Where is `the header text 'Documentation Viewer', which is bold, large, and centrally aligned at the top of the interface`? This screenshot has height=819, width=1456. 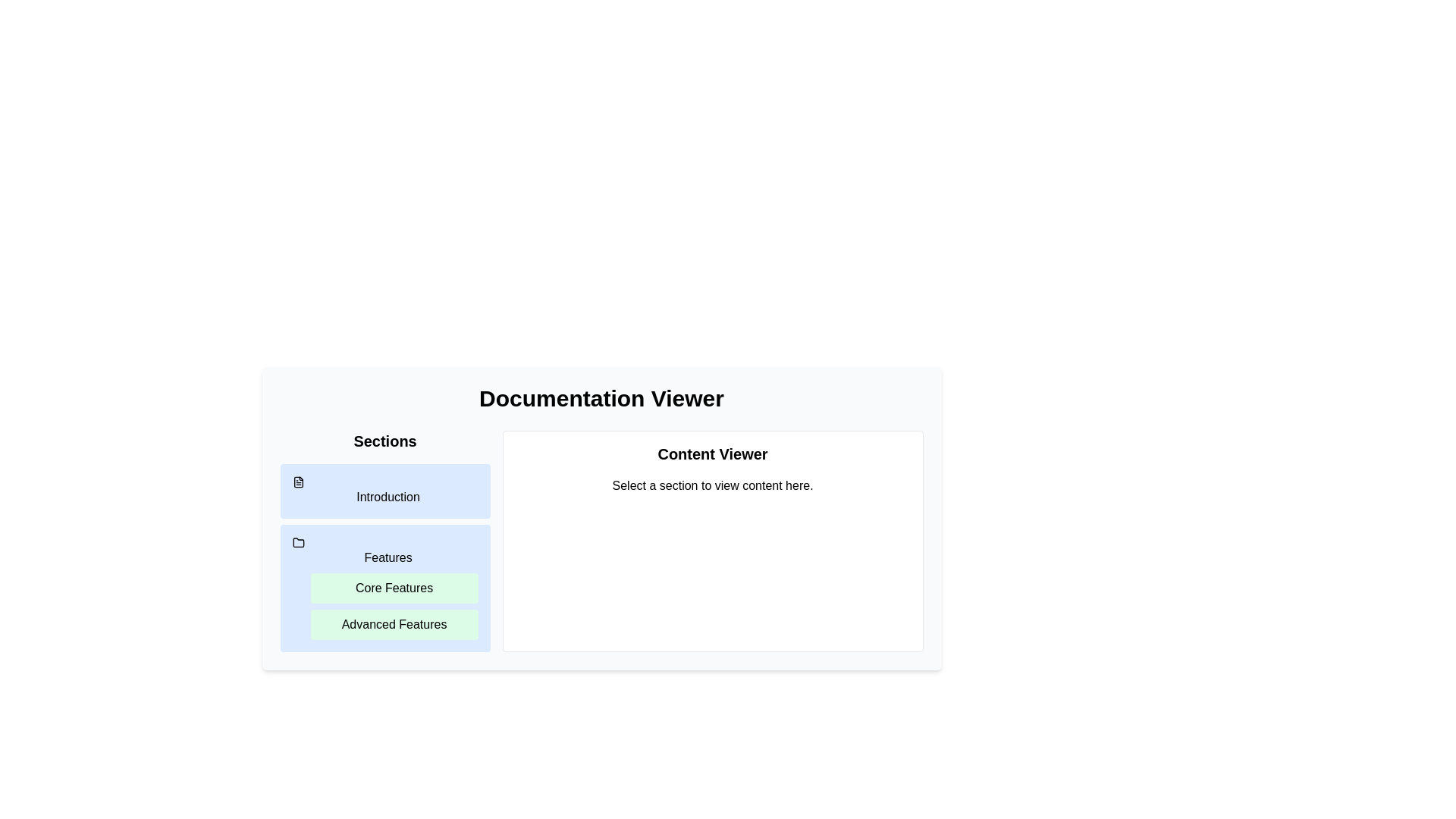
the header text 'Documentation Viewer', which is bold, large, and centrally aligned at the top of the interface is located at coordinates (601, 397).